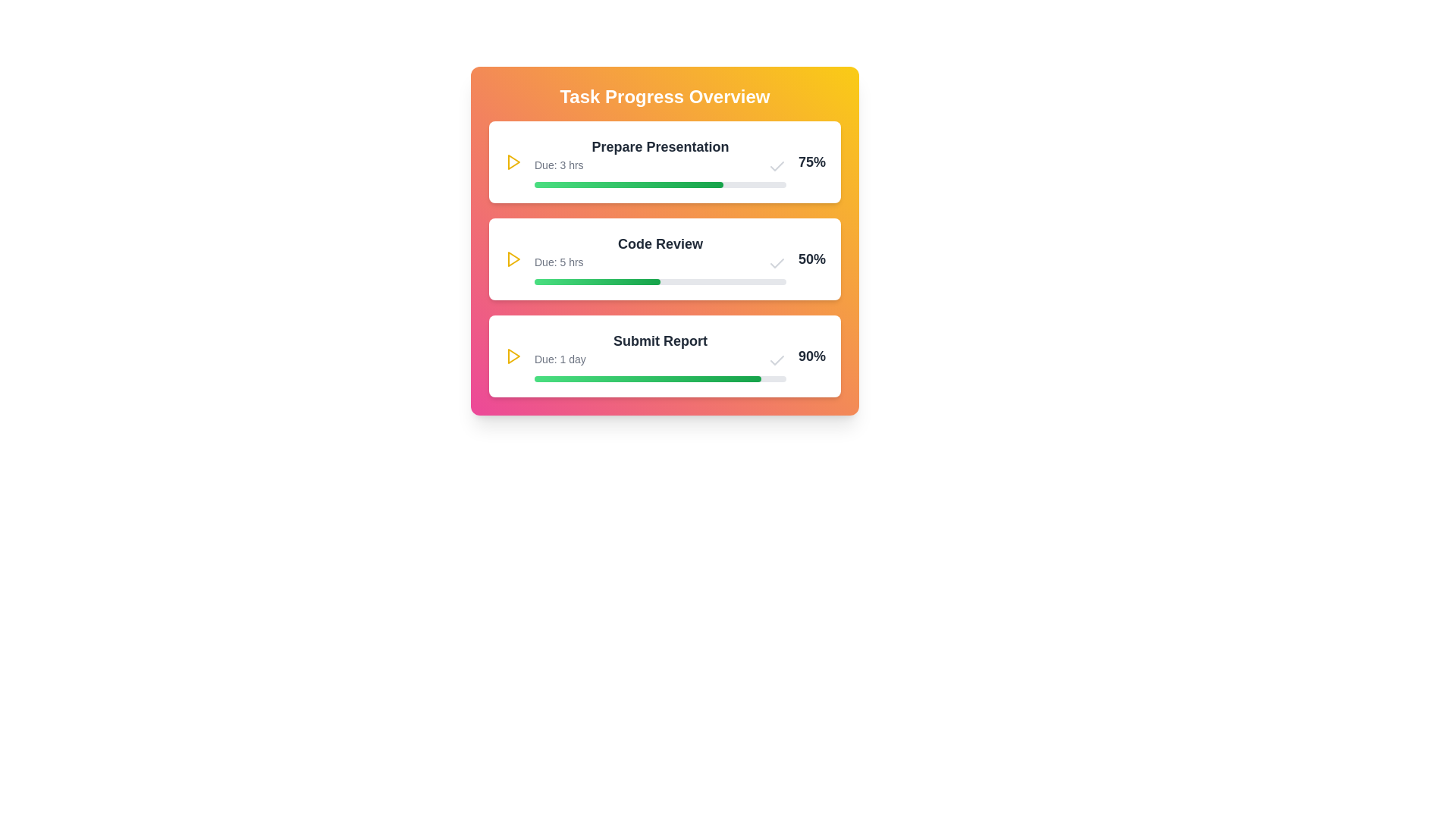 This screenshot has height=819, width=1456. I want to click on the completion status icon located in the 'Submit Report' section, so click(777, 360).